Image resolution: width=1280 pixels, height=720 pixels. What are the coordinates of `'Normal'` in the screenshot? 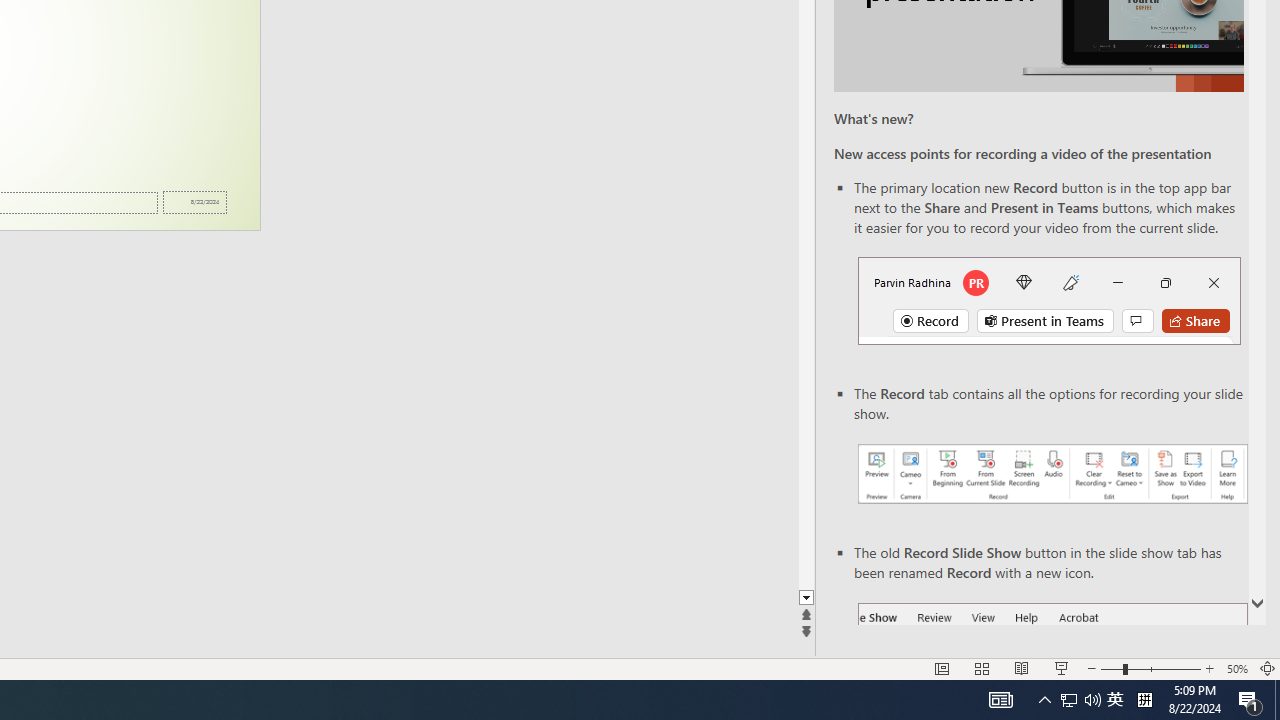 It's located at (941, 669).